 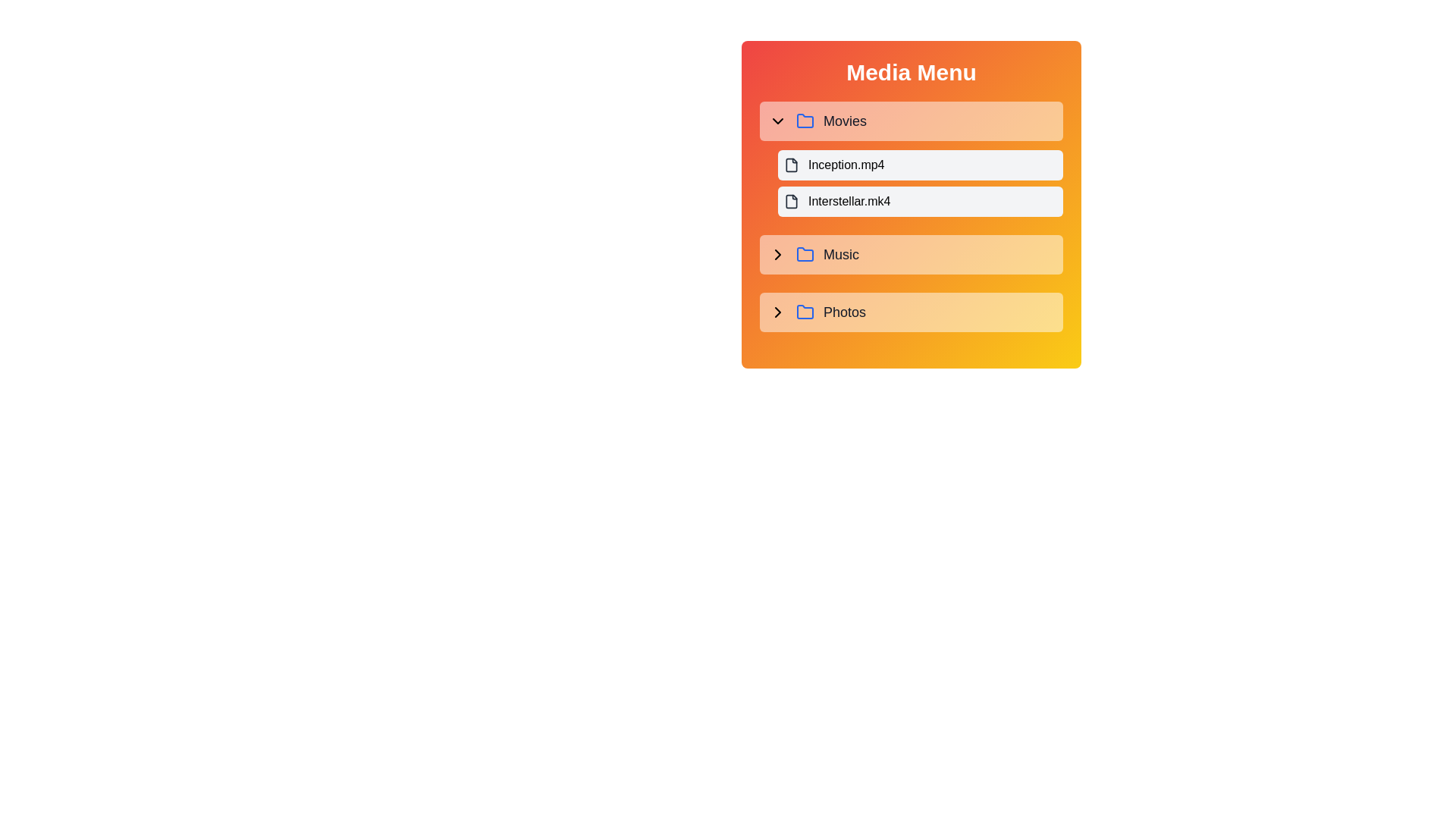 I want to click on the folder icon with a blue outline representing the 'Music' directory, located within the 'Media Menu', so click(x=804, y=253).